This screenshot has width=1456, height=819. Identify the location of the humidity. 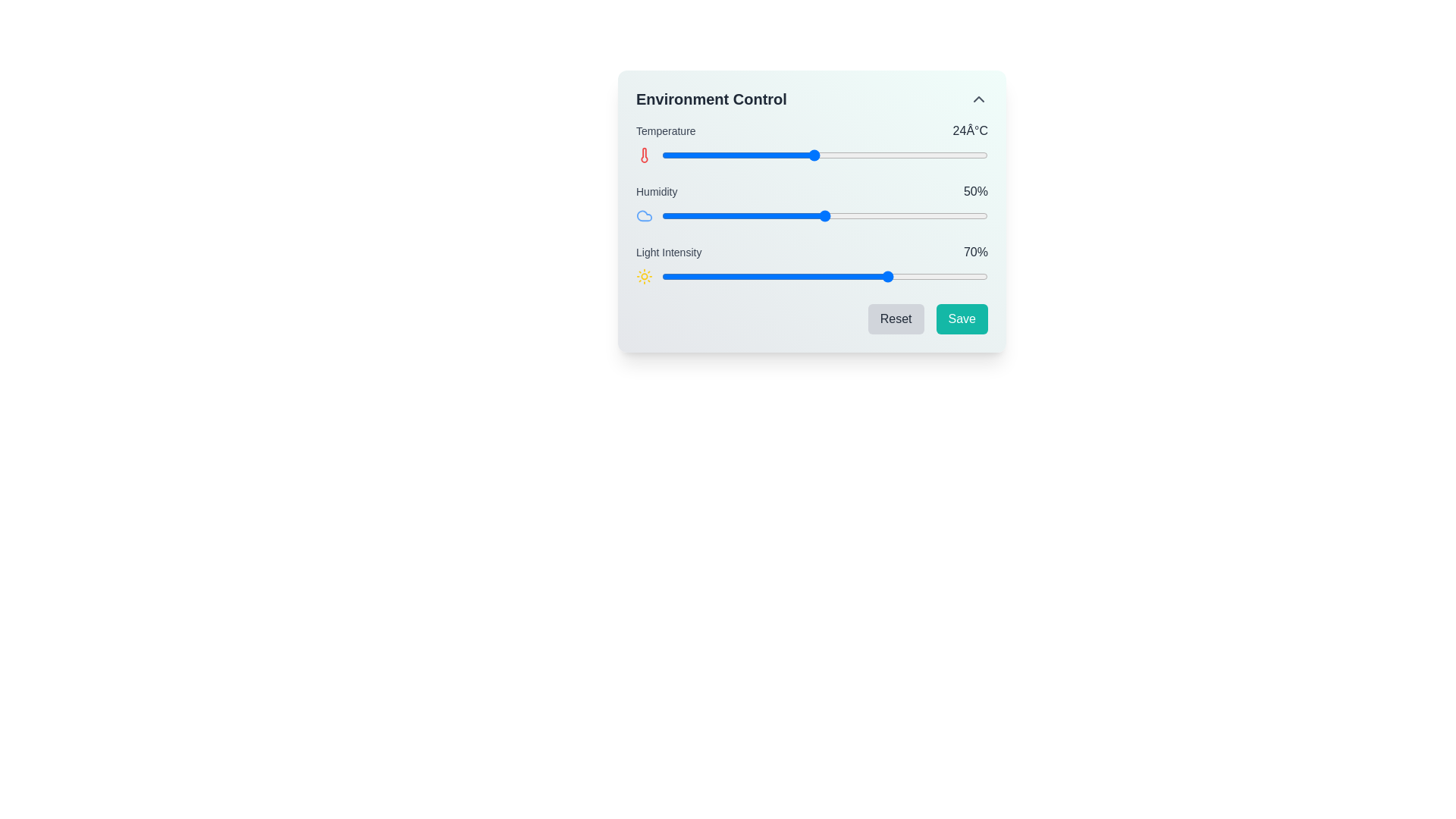
(690, 216).